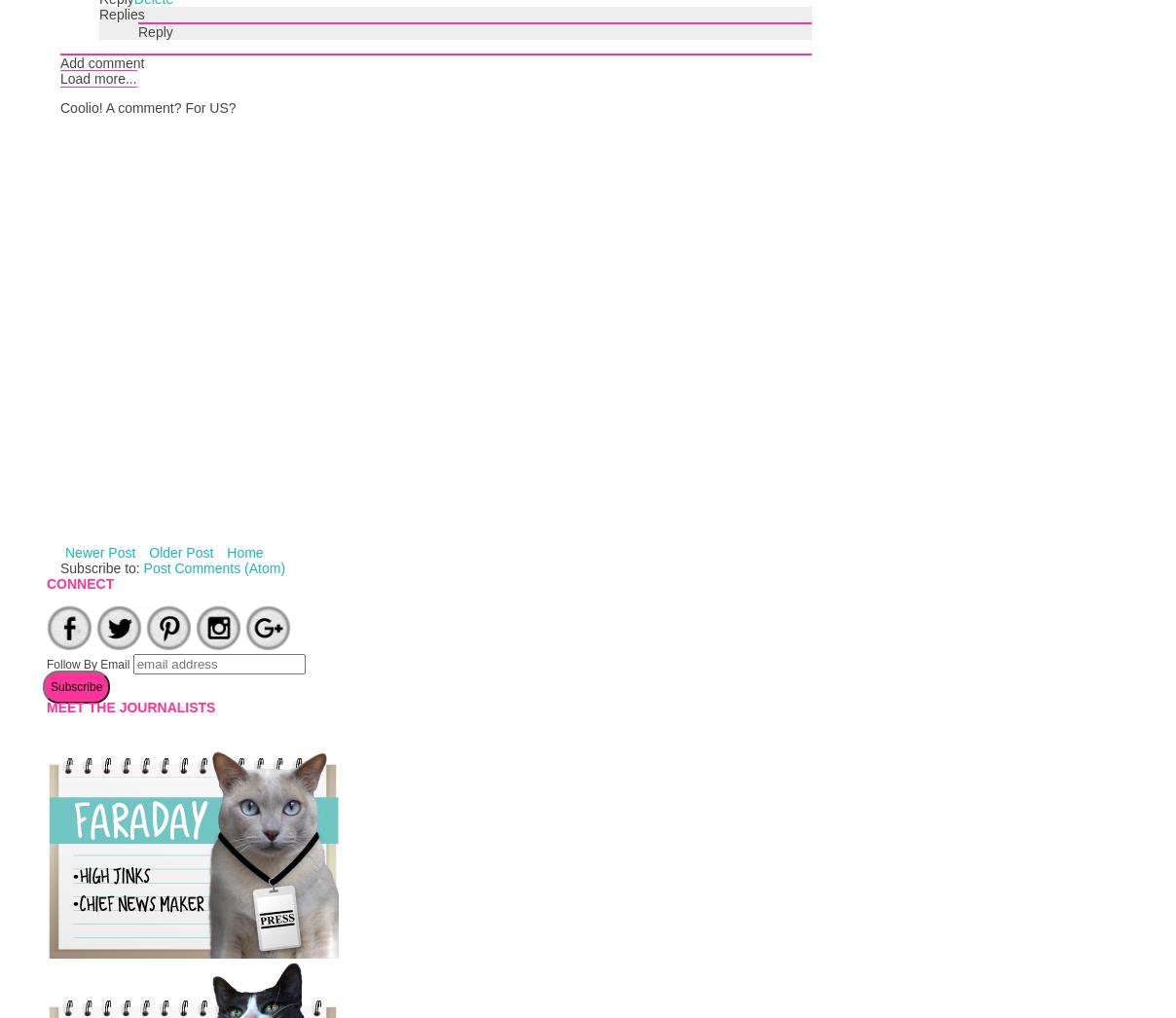 The width and height of the screenshot is (1176, 1018). Describe the element at coordinates (149, 551) in the screenshot. I see `'Older Post'` at that location.